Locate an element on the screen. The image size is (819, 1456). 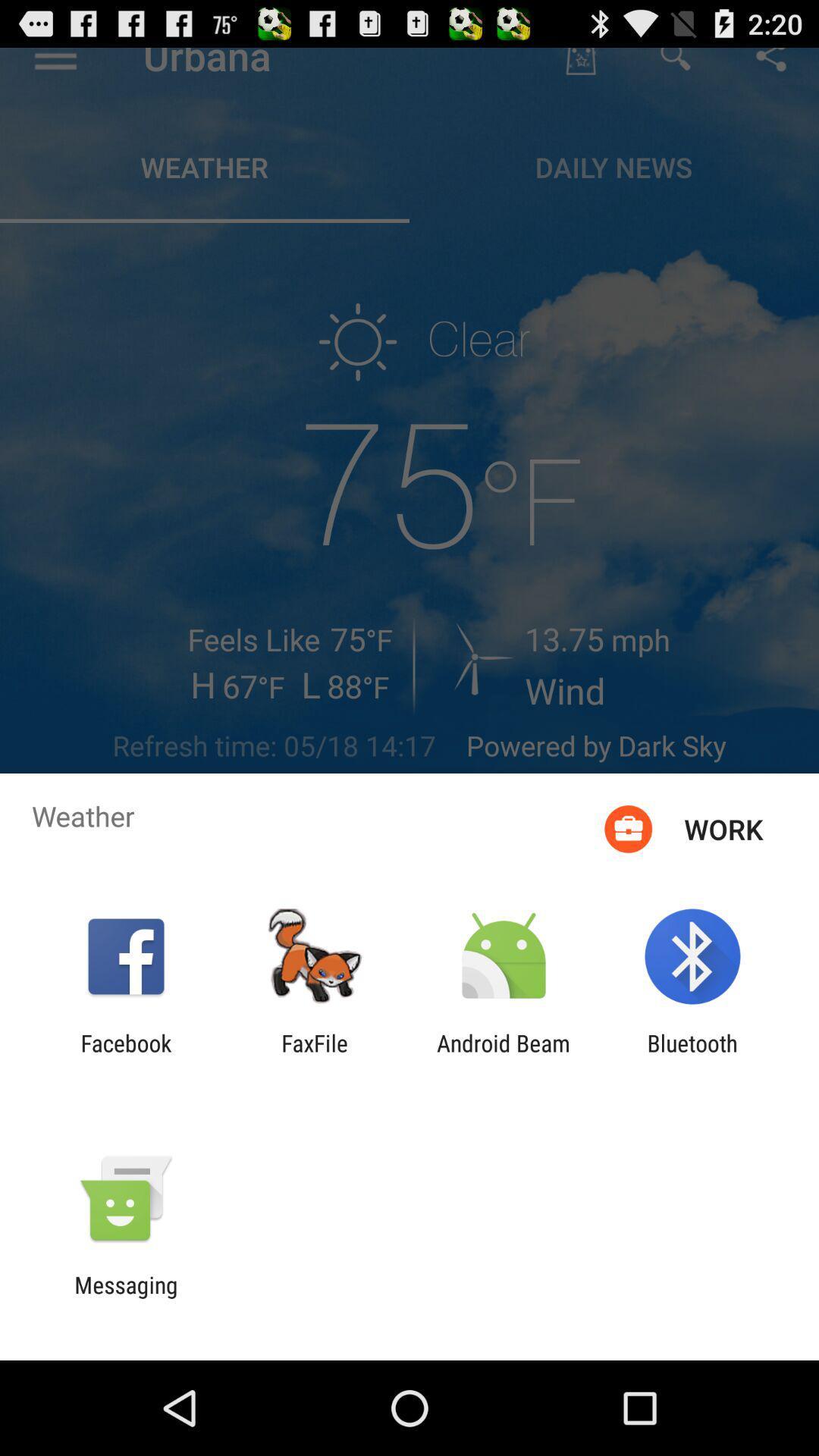
messaging icon is located at coordinates (125, 1298).